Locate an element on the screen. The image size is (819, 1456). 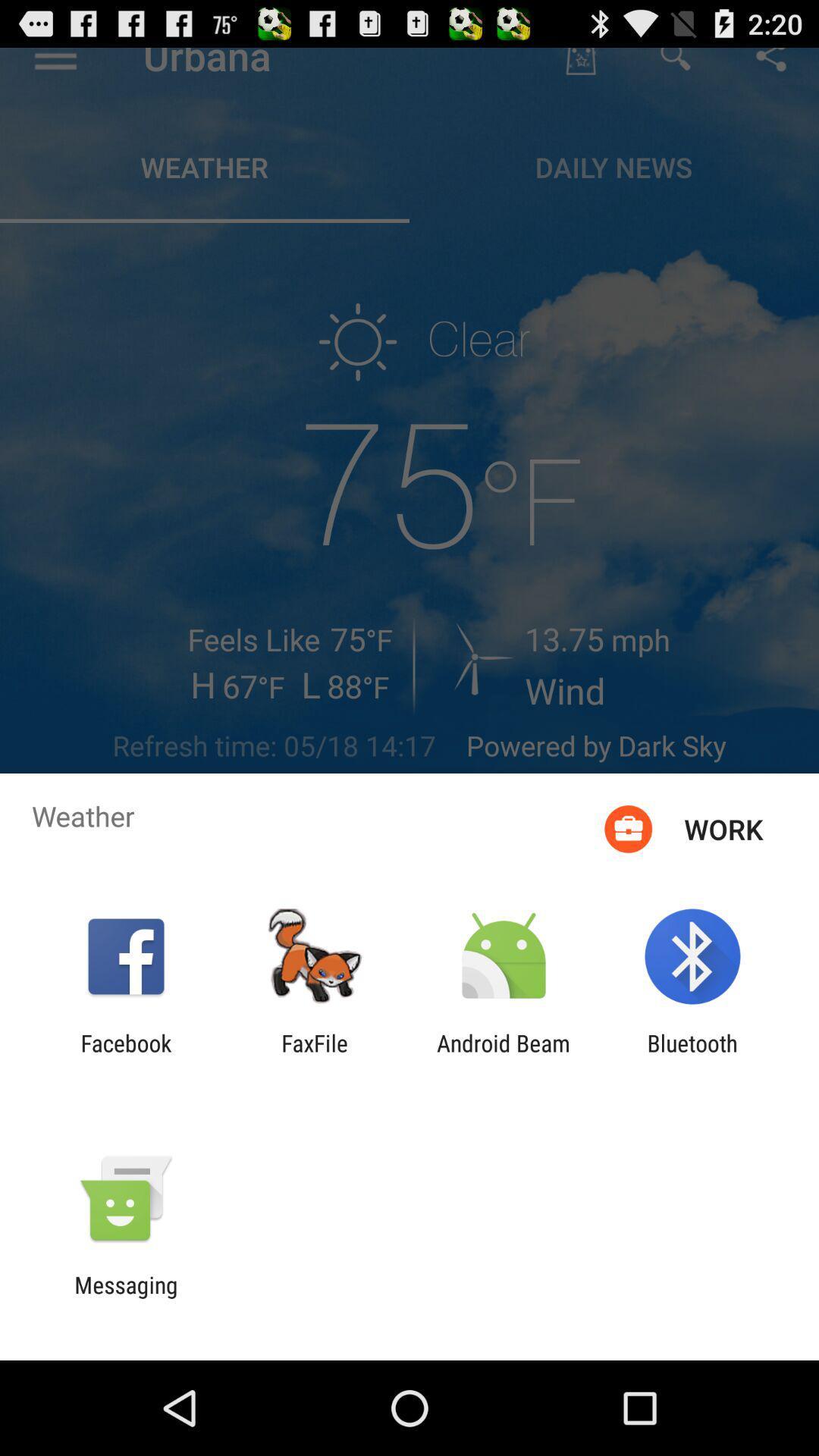
messaging icon is located at coordinates (125, 1298).